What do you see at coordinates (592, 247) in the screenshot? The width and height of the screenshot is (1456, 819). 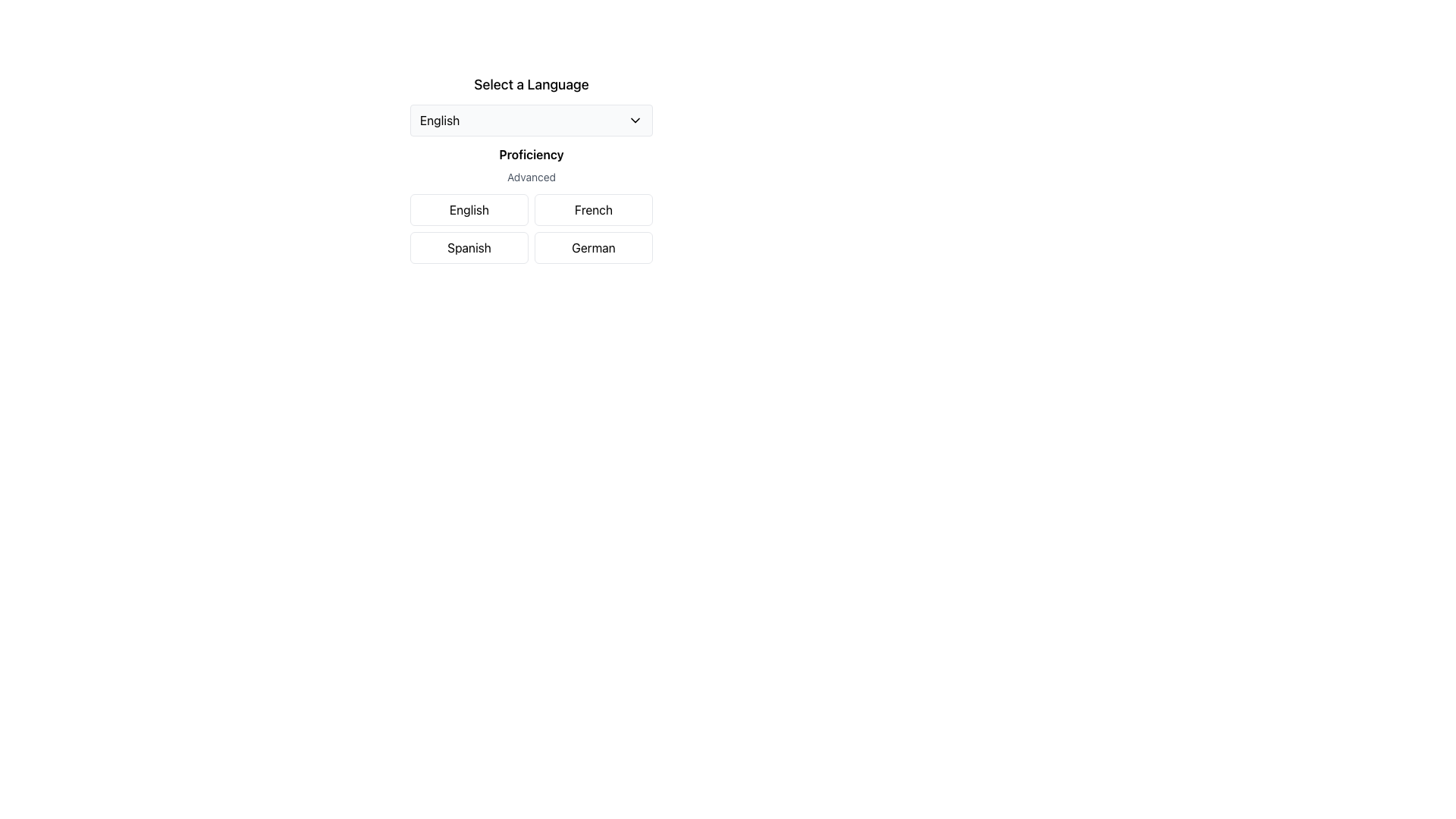 I see `the rectangular button with rounded corners labeled 'German'` at bounding box center [592, 247].